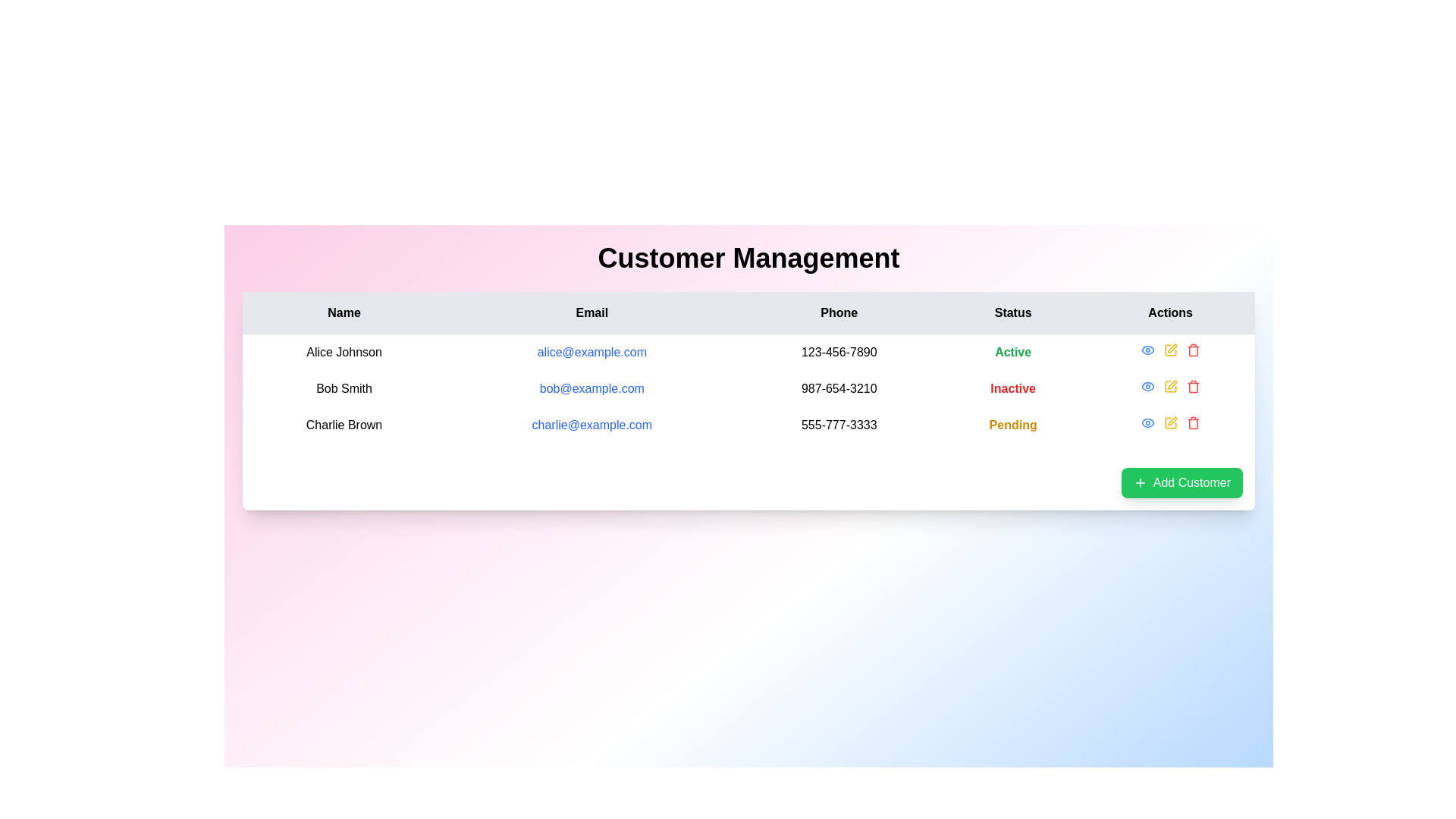 This screenshot has width=1456, height=819. Describe the element at coordinates (1171, 348) in the screenshot. I see `the 'edit' icon button in the 'Actions' column for 'Bob Smith'` at that location.